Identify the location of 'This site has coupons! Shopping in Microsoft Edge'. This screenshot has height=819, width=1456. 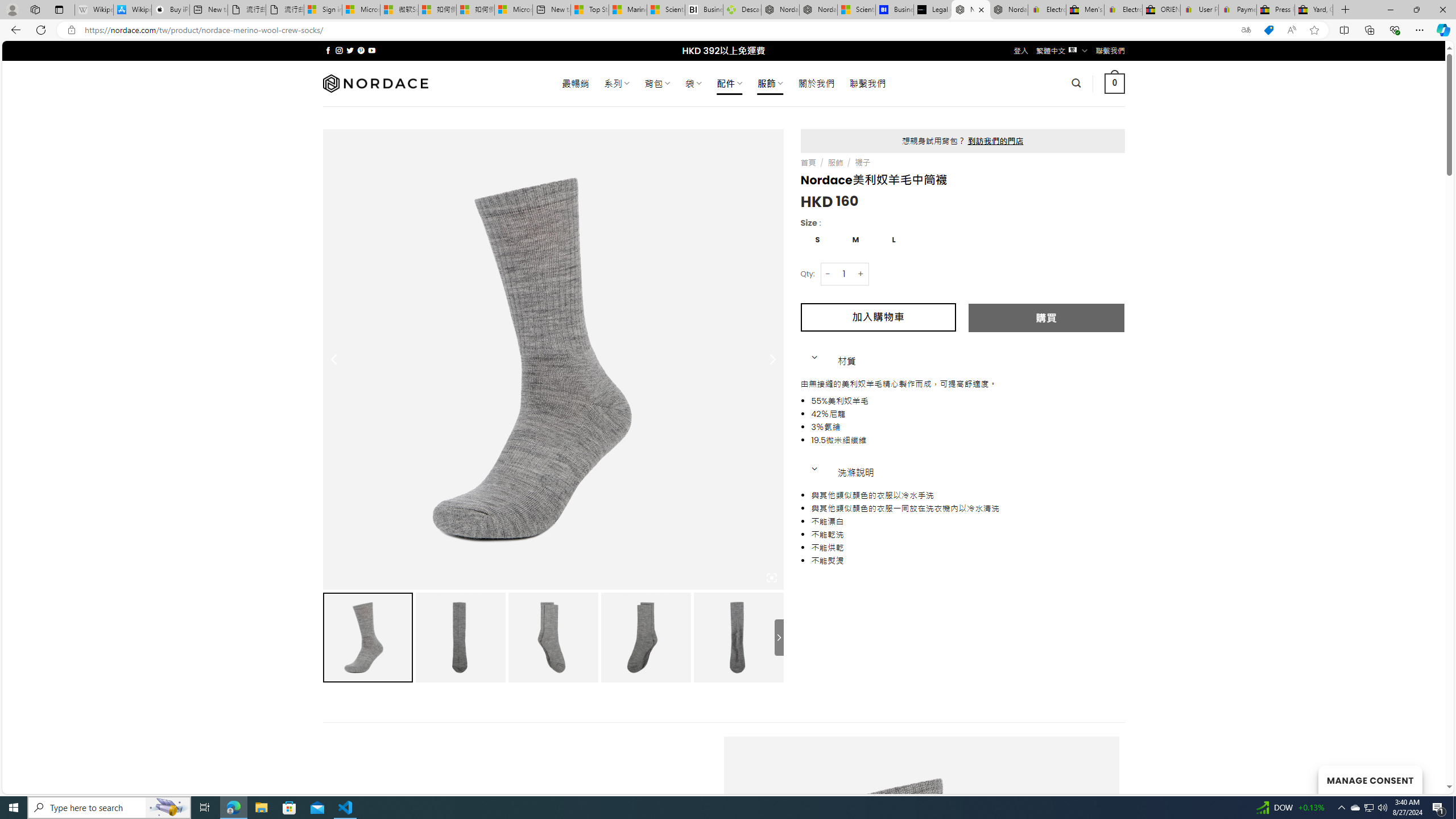
(1268, 30).